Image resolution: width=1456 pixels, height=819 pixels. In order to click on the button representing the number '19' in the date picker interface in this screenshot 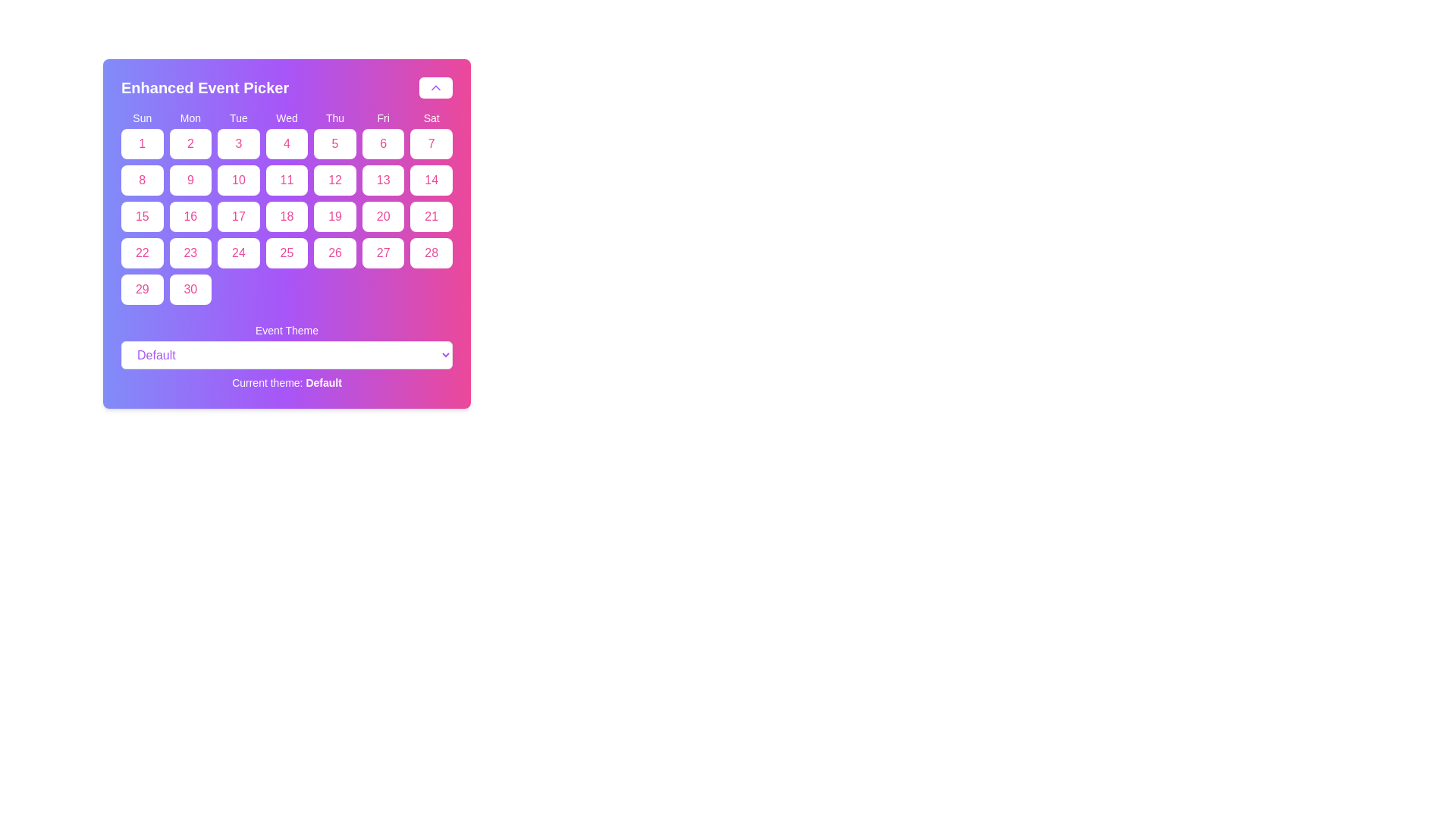, I will do `click(334, 216)`.